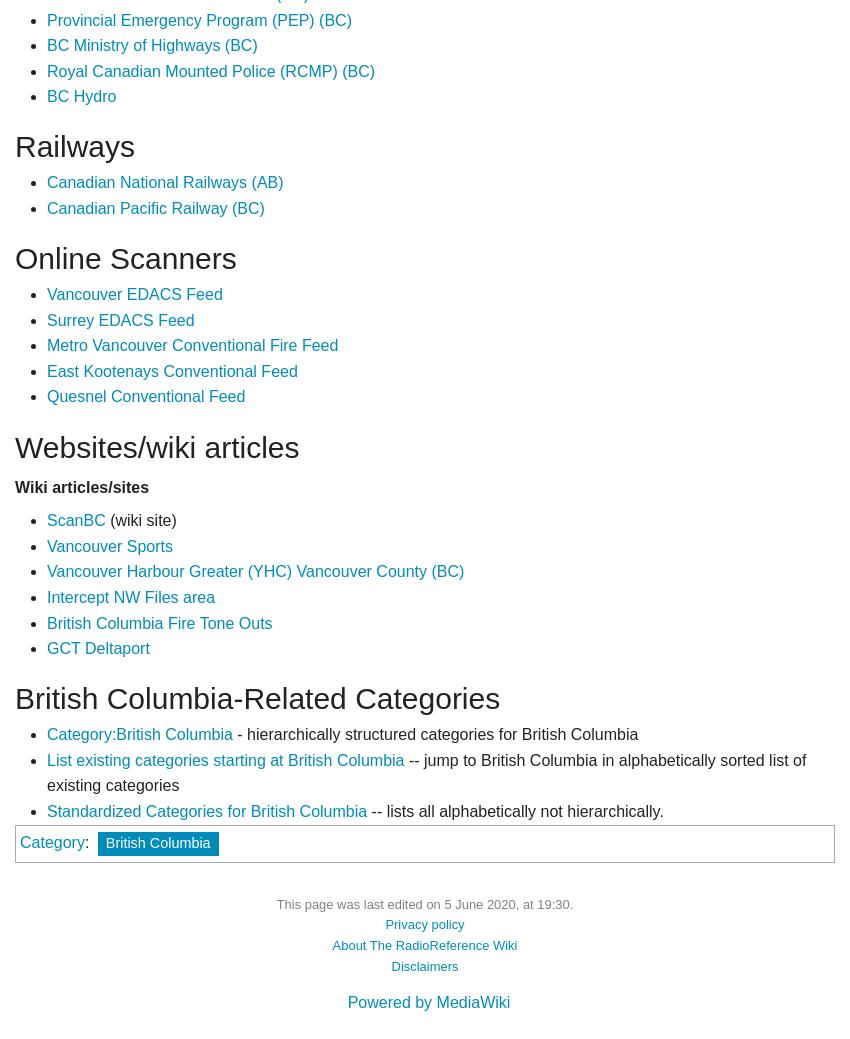 The width and height of the screenshot is (850, 1039). What do you see at coordinates (425, 771) in the screenshot?
I see `'-- jump to British Columbia in alphabetically sorted list of existing categories'` at bounding box center [425, 771].